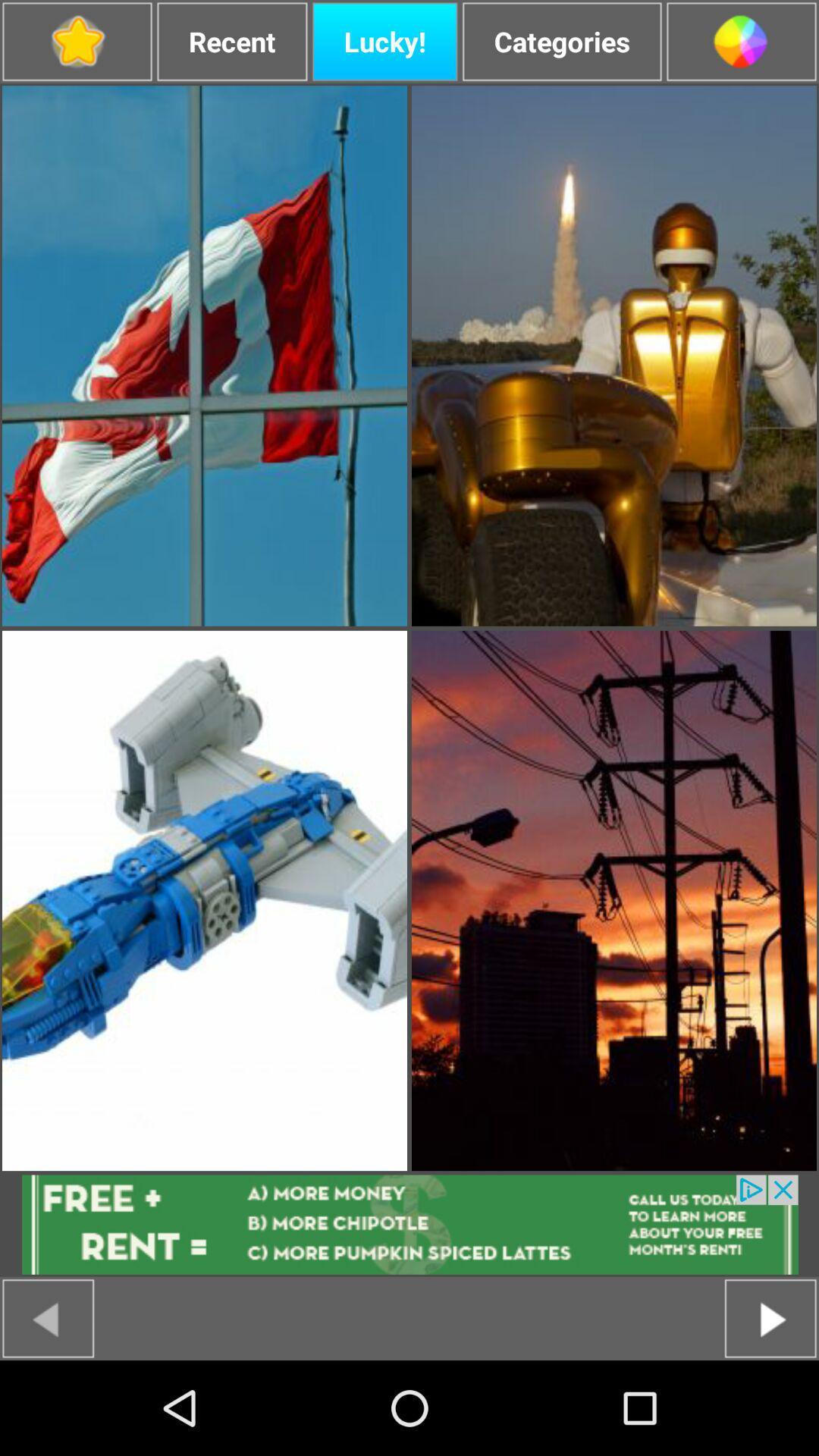  Describe the element at coordinates (770, 1410) in the screenshot. I see `the play icon` at that location.